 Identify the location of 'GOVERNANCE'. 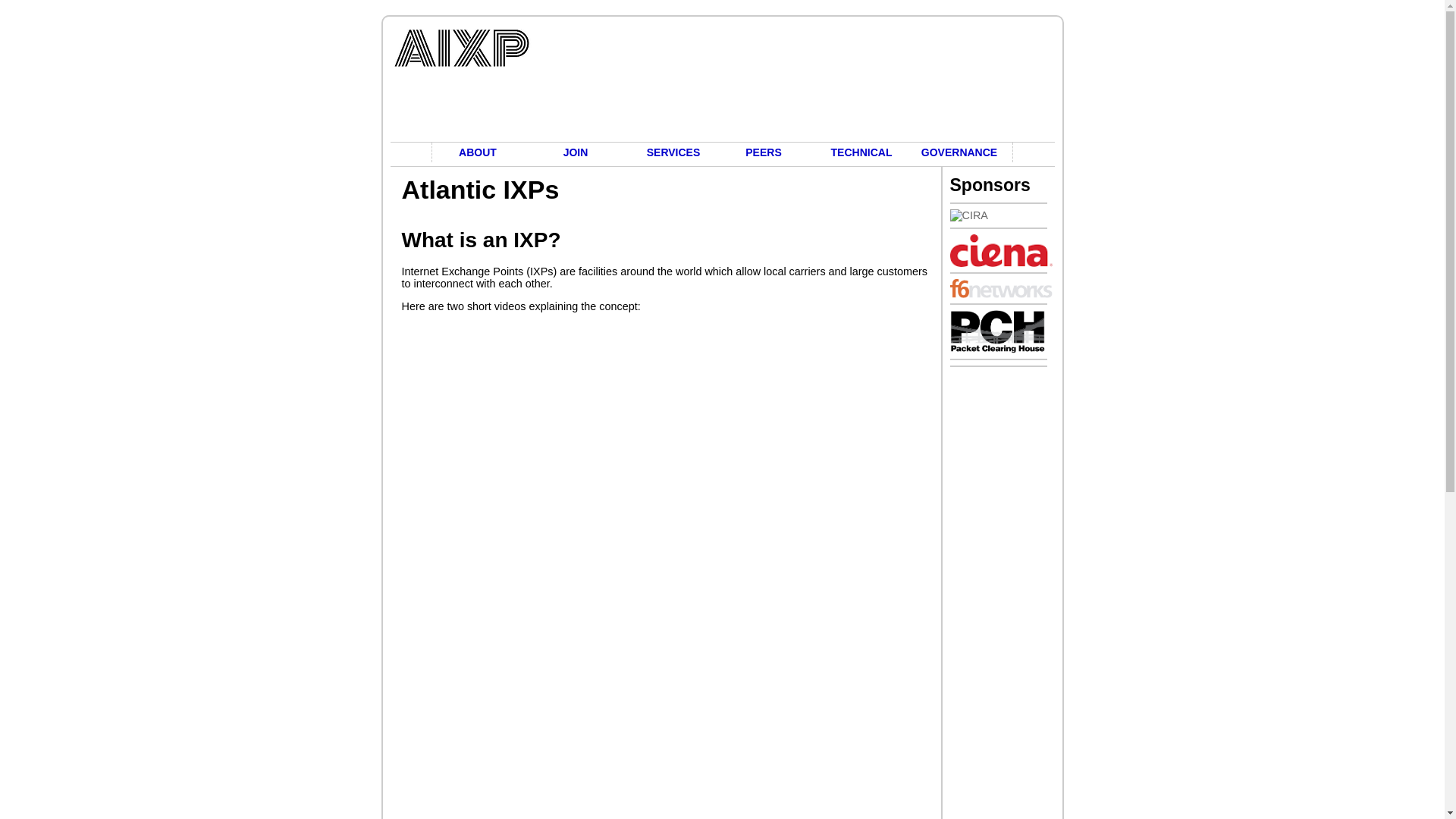
(962, 152).